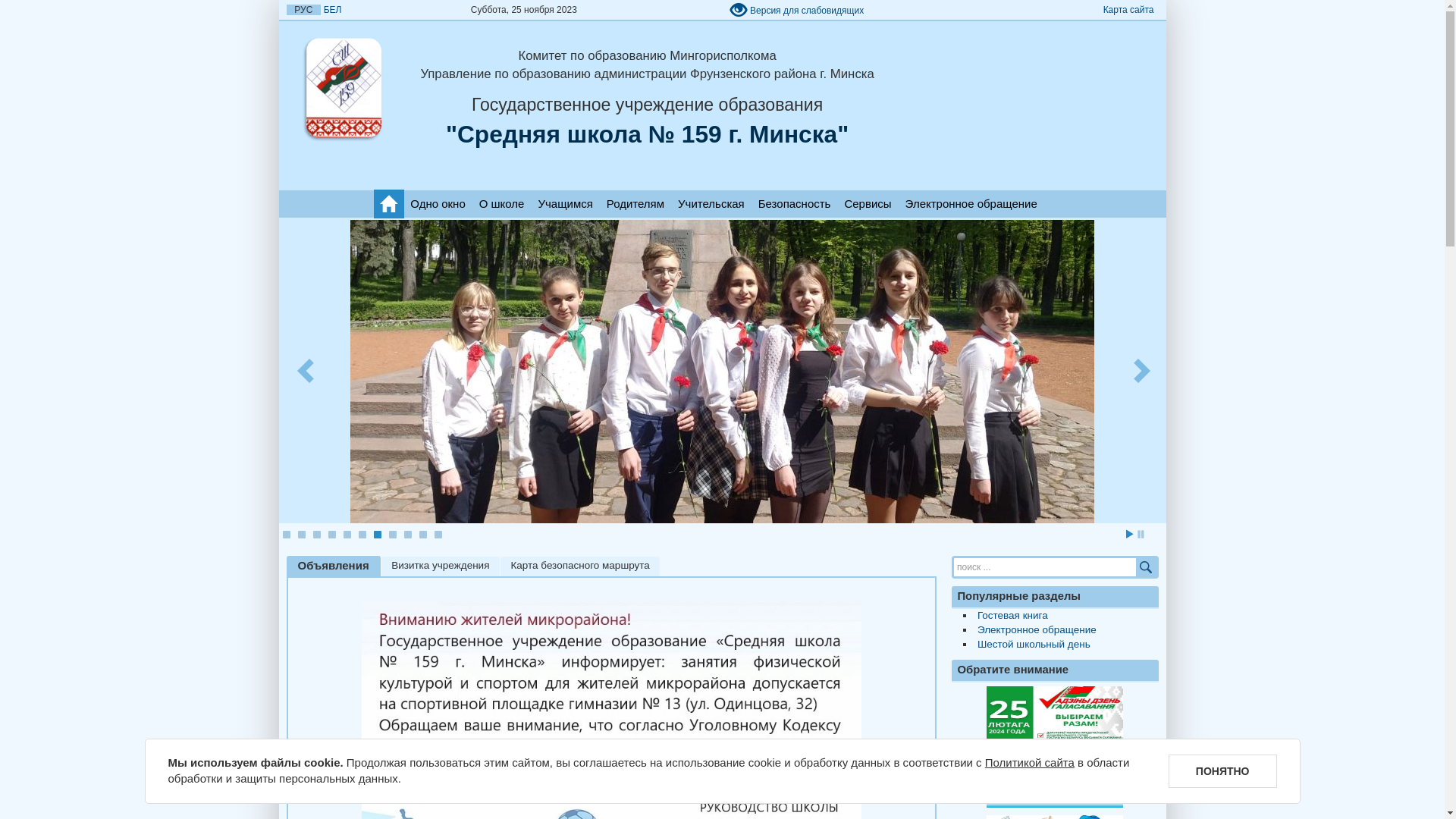  What do you see at coordinates (341, 534) in the screenshot?
I see `'5'` at bounding box center [341, 534].